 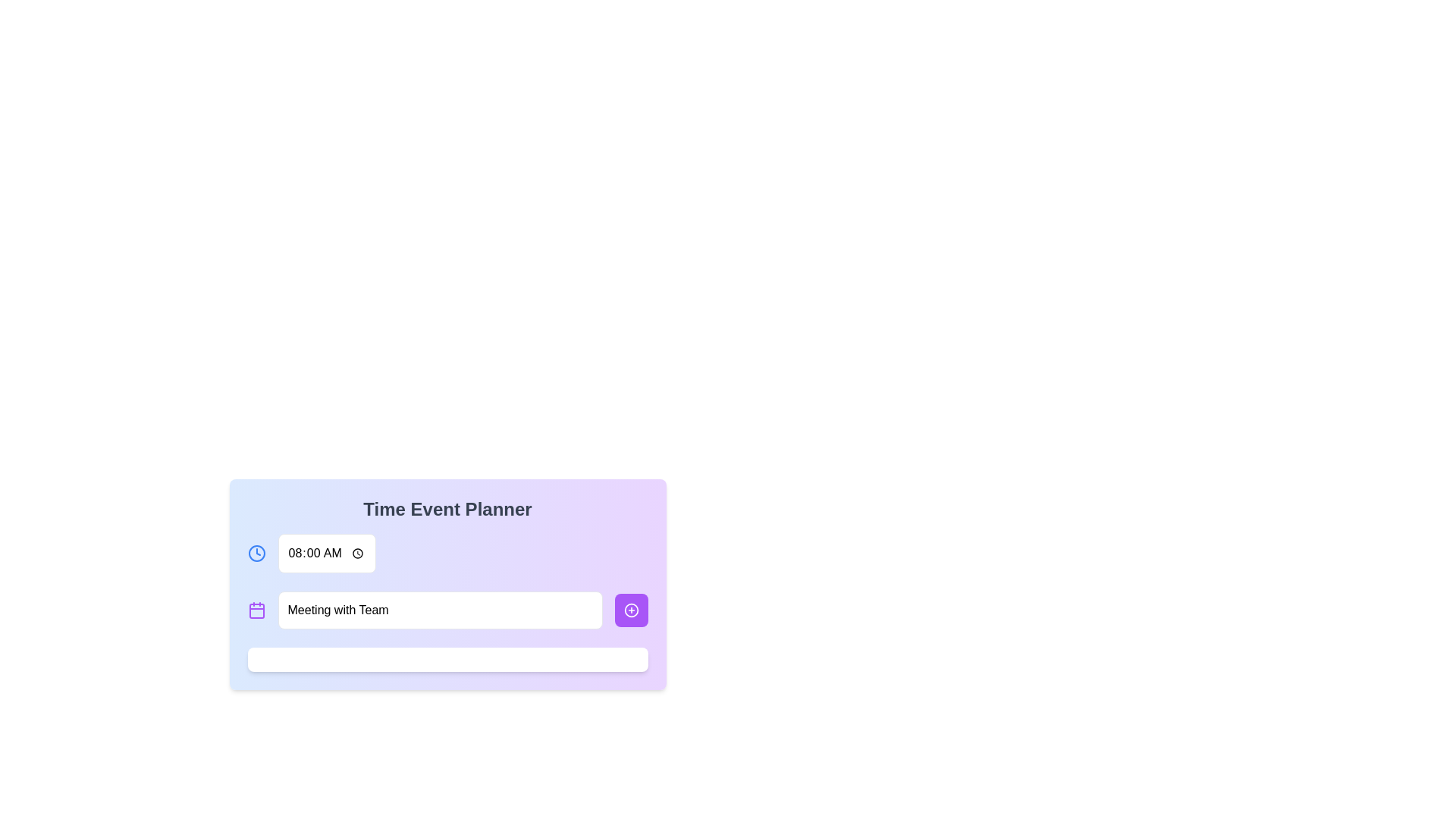 What do you see at coordinates (631, 610) in the screenshot?
I see `the button located to the far right of the 'Meeting with Team' input field` at bounding box center [631, 610].